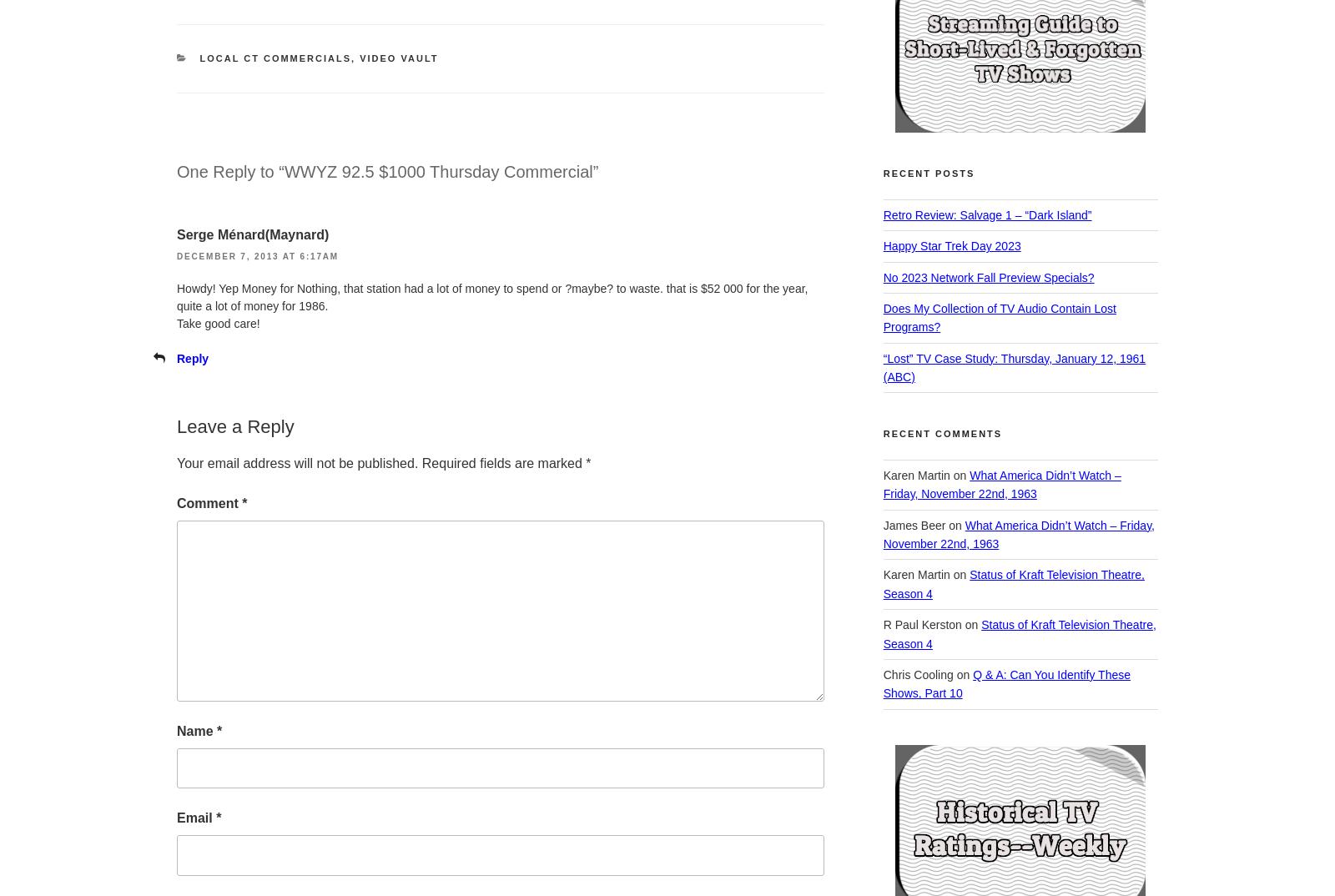 This screenshot has width=1335, height=896. What do you see at coordinates (177, 729) in the screenshot?
I see `'Name'` at bounding box center [177, 729].